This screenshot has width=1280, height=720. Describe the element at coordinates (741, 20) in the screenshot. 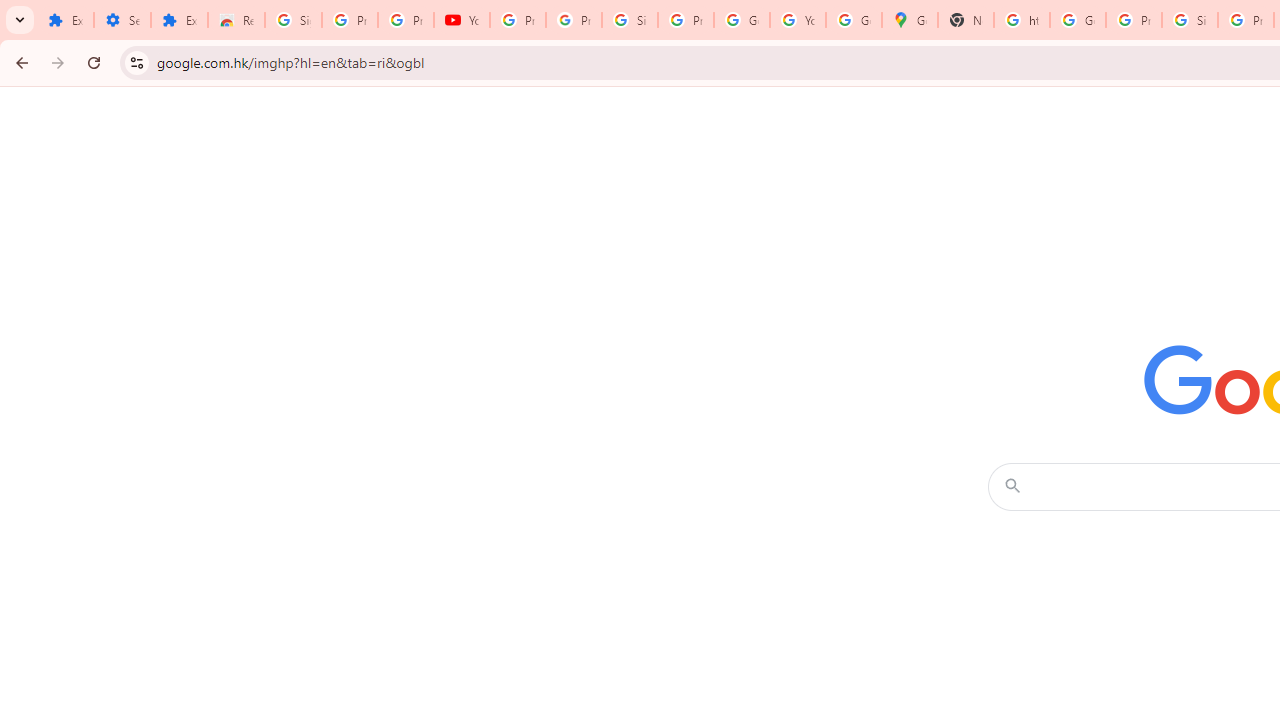

I see `'Google Account'` at that location.